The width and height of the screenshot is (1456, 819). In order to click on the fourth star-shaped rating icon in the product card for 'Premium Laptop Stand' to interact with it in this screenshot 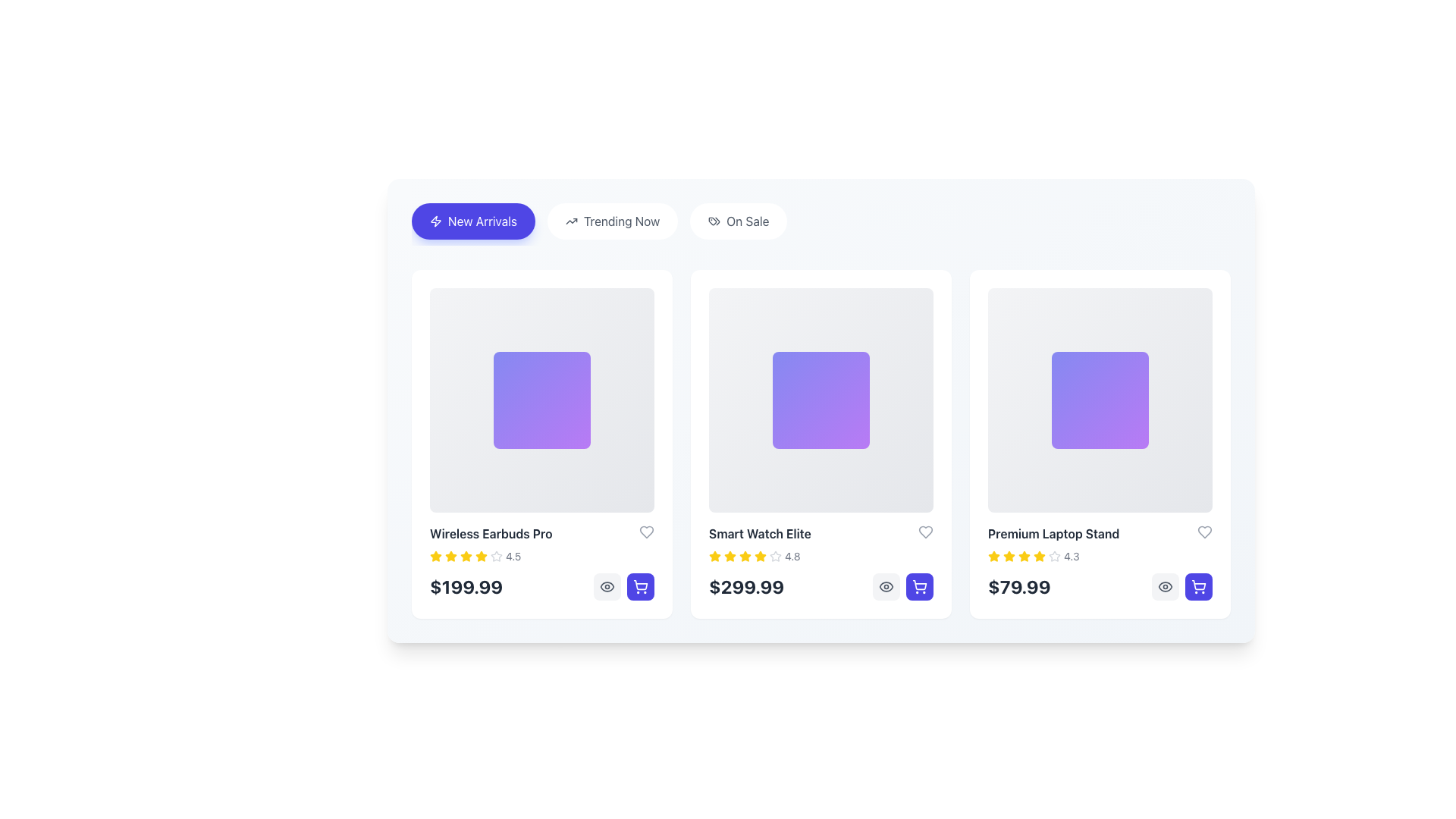, I will do `click(1054, 556)`.